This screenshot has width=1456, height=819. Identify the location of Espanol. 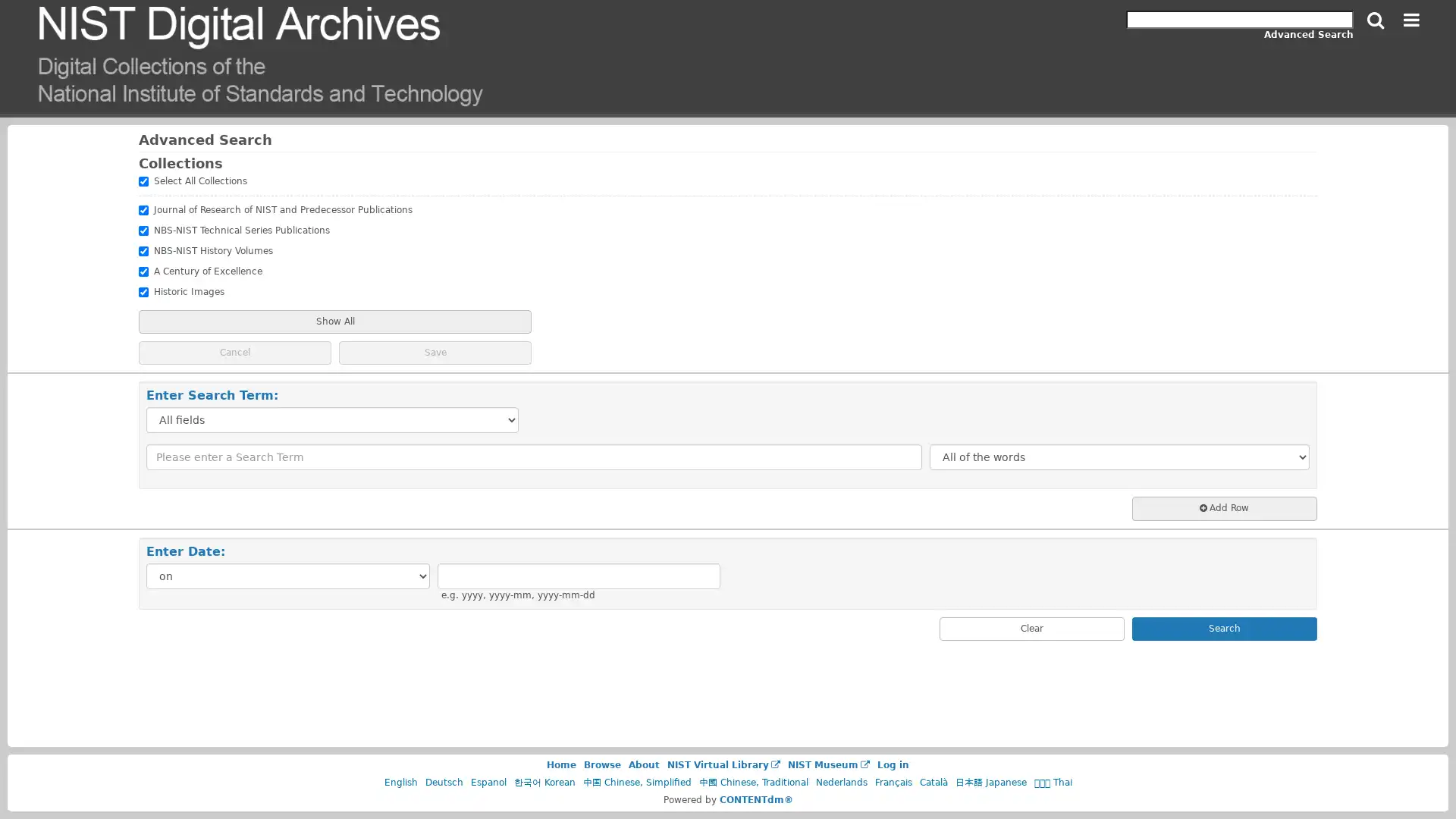
(488, 783).